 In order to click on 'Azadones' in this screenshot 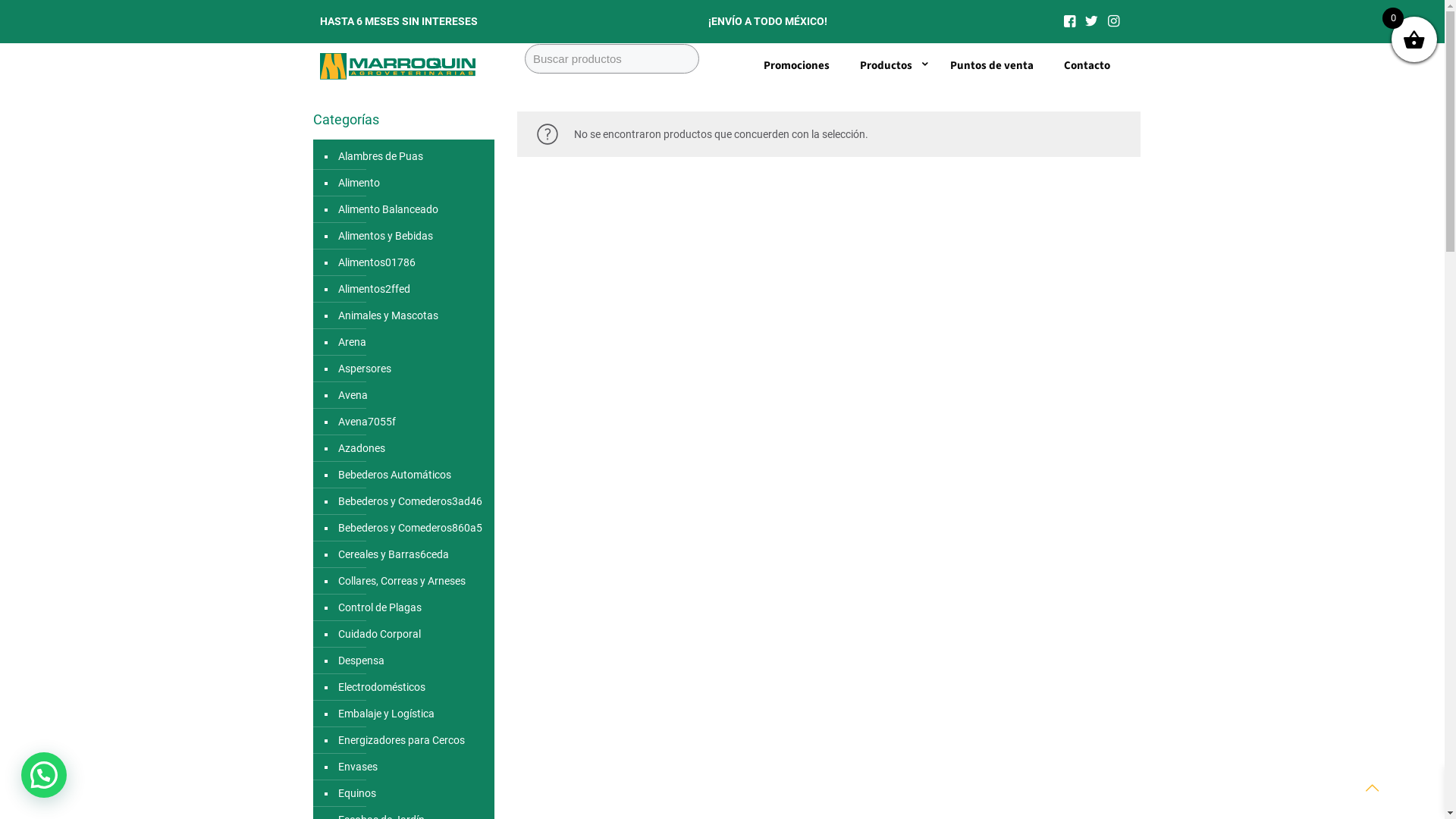, I will do `click(334, 447)`.